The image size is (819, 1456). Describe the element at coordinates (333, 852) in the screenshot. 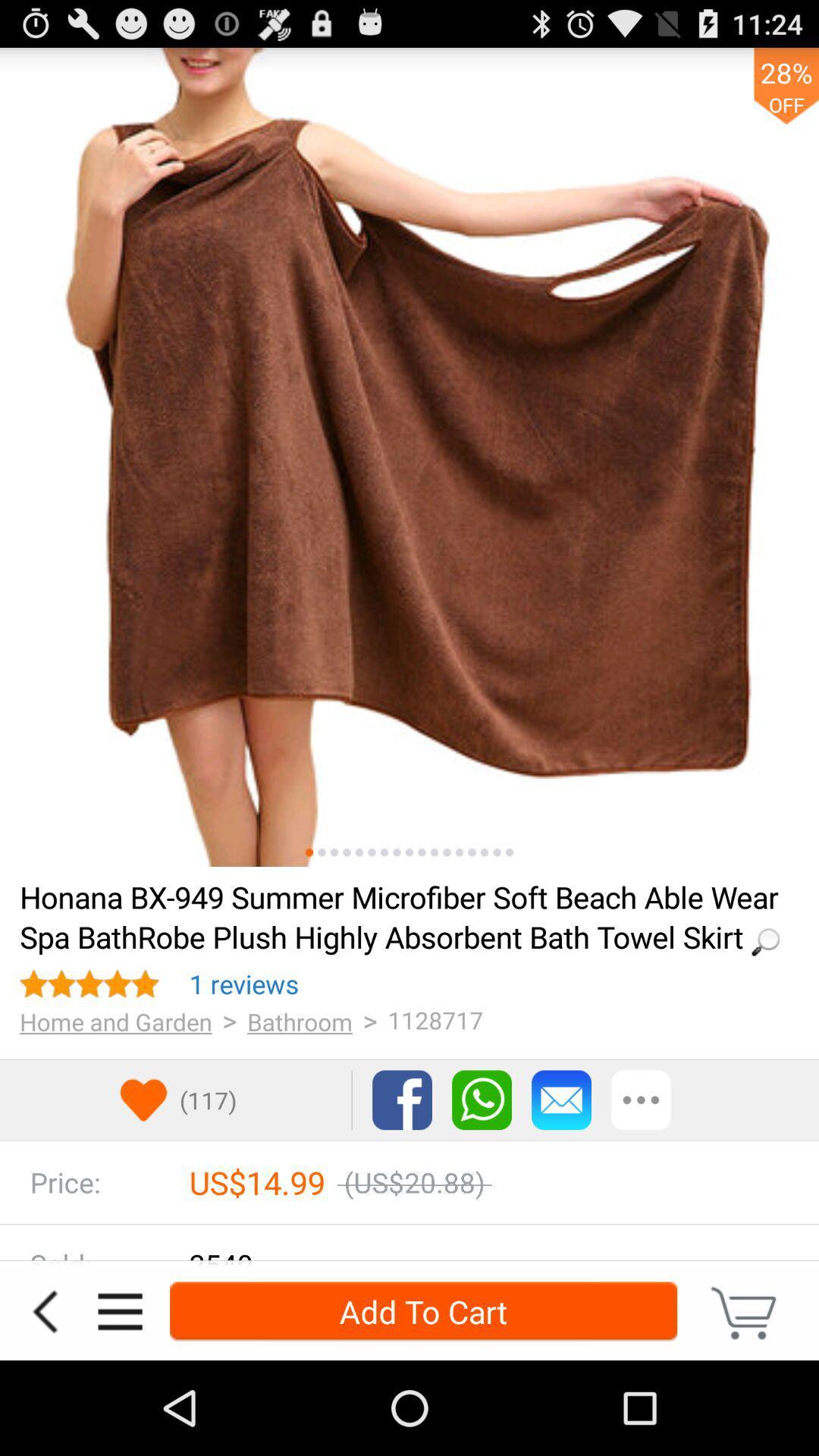

I see `the icon above loading... item` at that location.